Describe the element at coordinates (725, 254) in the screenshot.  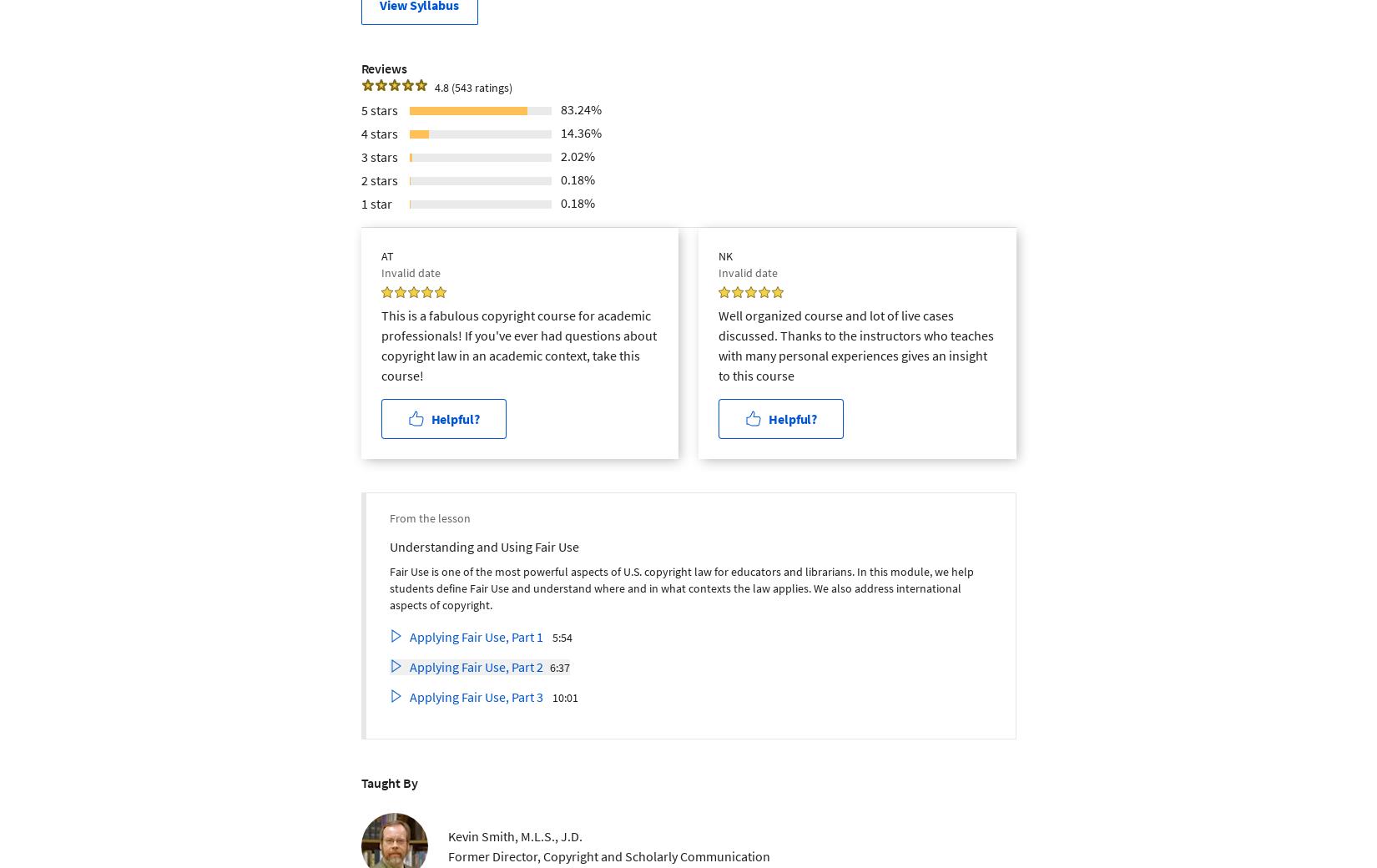
I see `'NK'` at that location.